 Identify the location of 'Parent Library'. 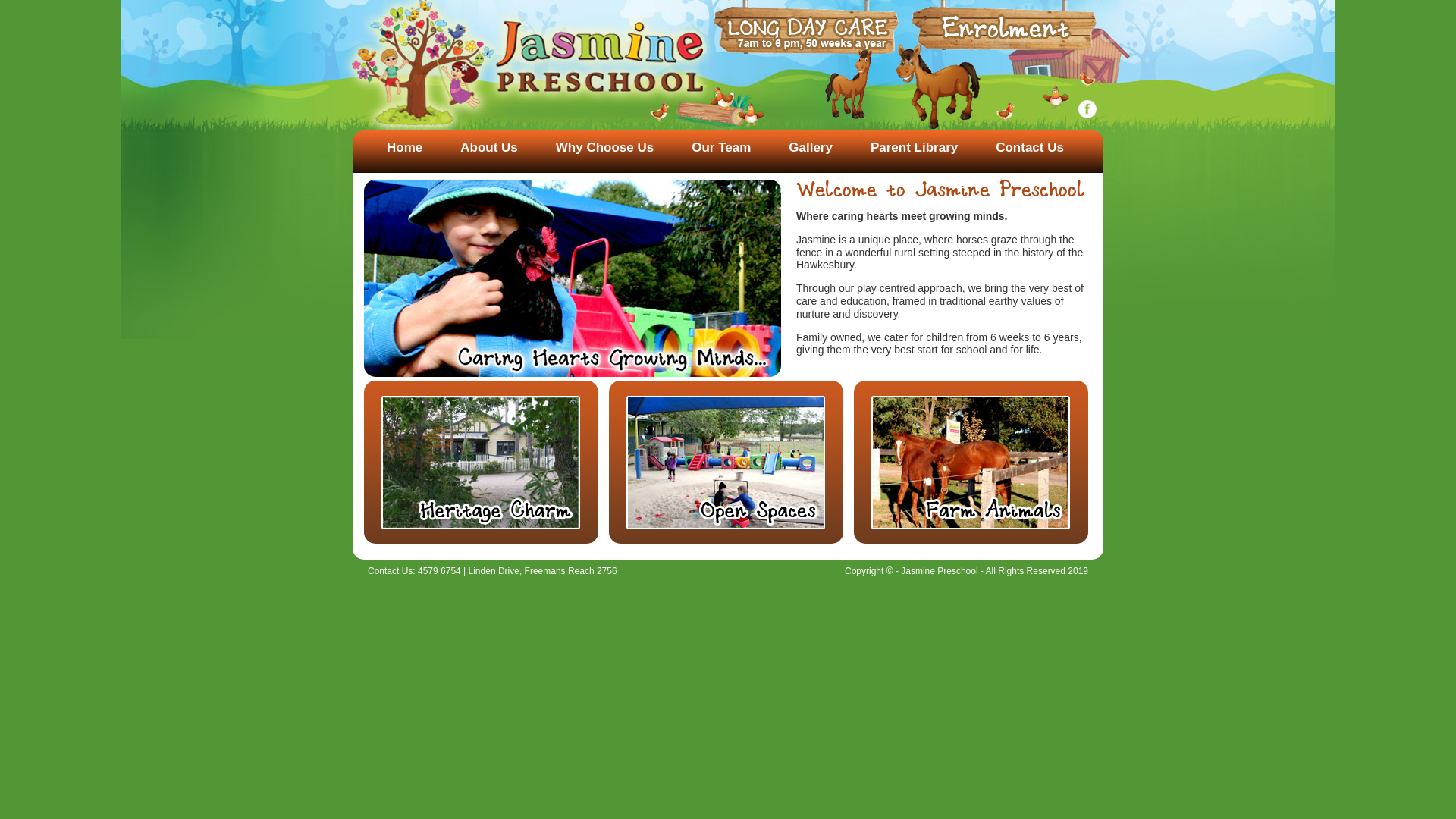
(852, 147).